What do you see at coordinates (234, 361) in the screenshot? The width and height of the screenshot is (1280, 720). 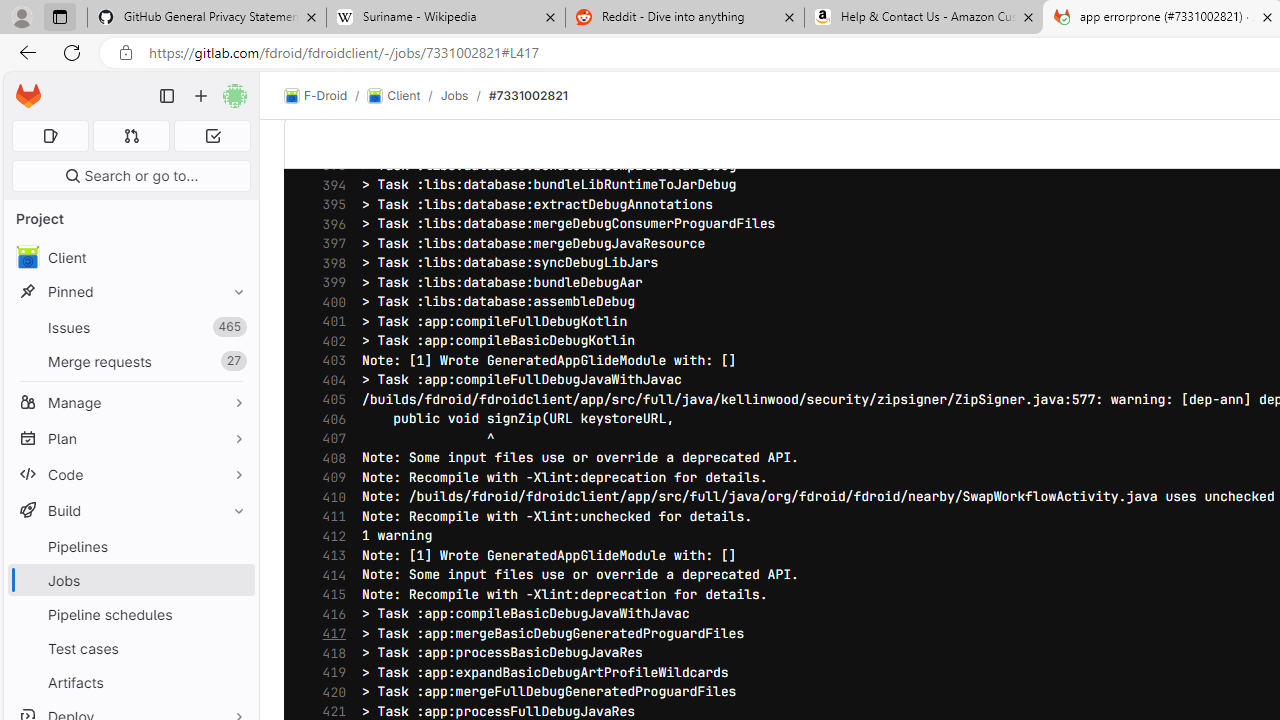 I see `'Unpin Merge requests'` at bounding box center [234, 361].